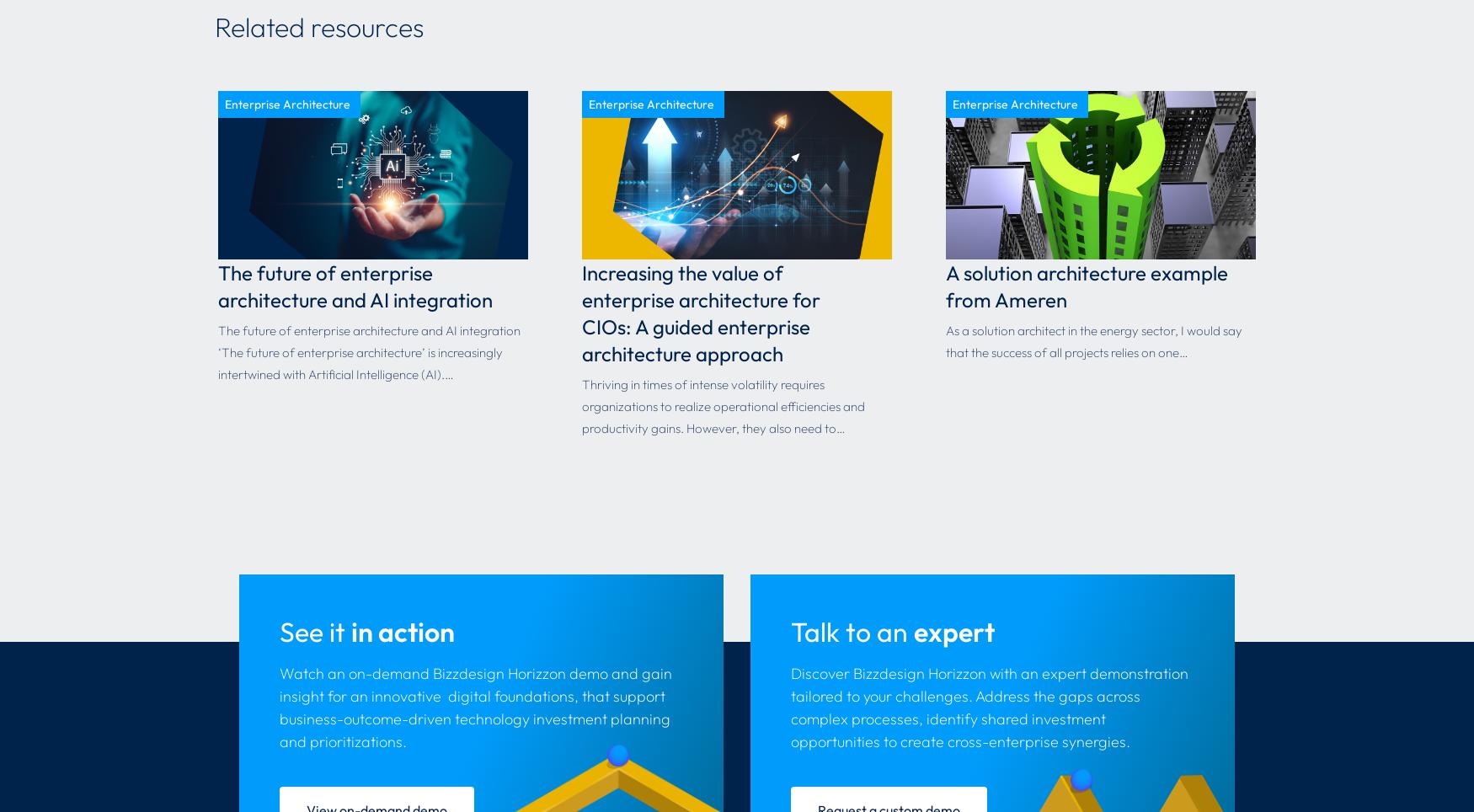 This screenshot has width=1474, height=812. Describe the element at coordinates (953, 630) in the screenshot. I see `'expert'` at that location.